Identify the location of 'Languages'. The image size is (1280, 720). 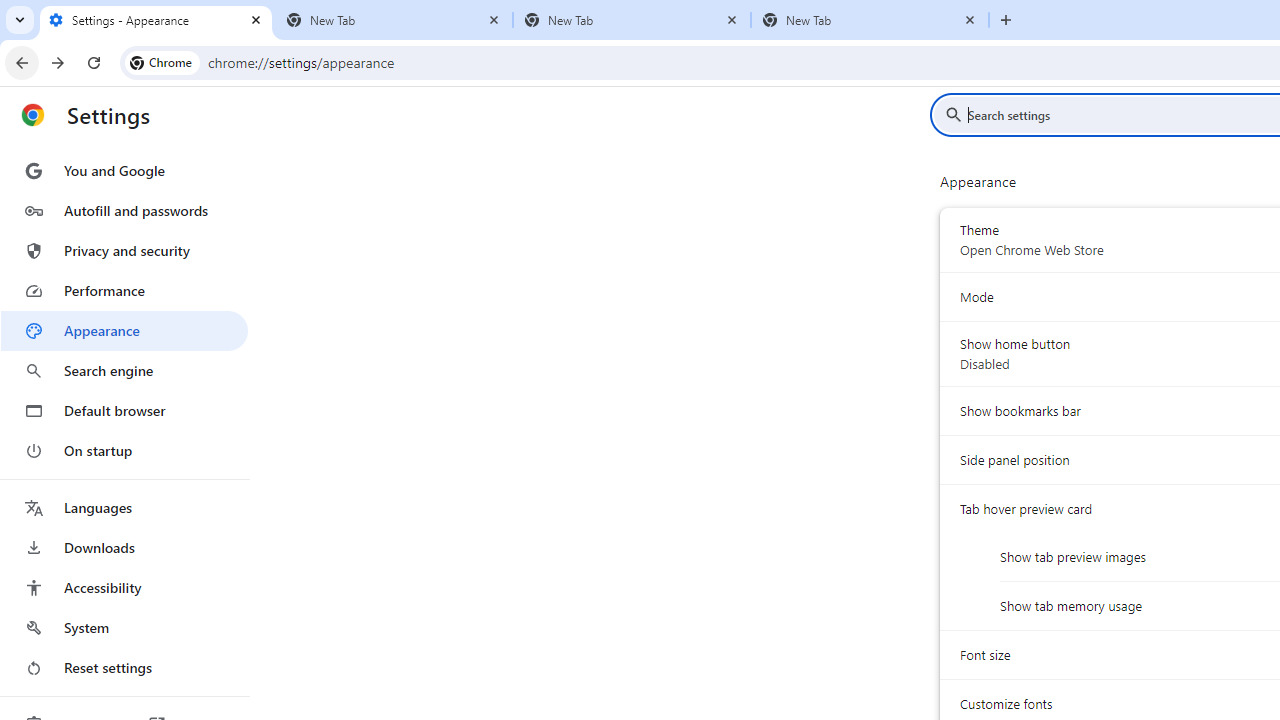
(123, 506).